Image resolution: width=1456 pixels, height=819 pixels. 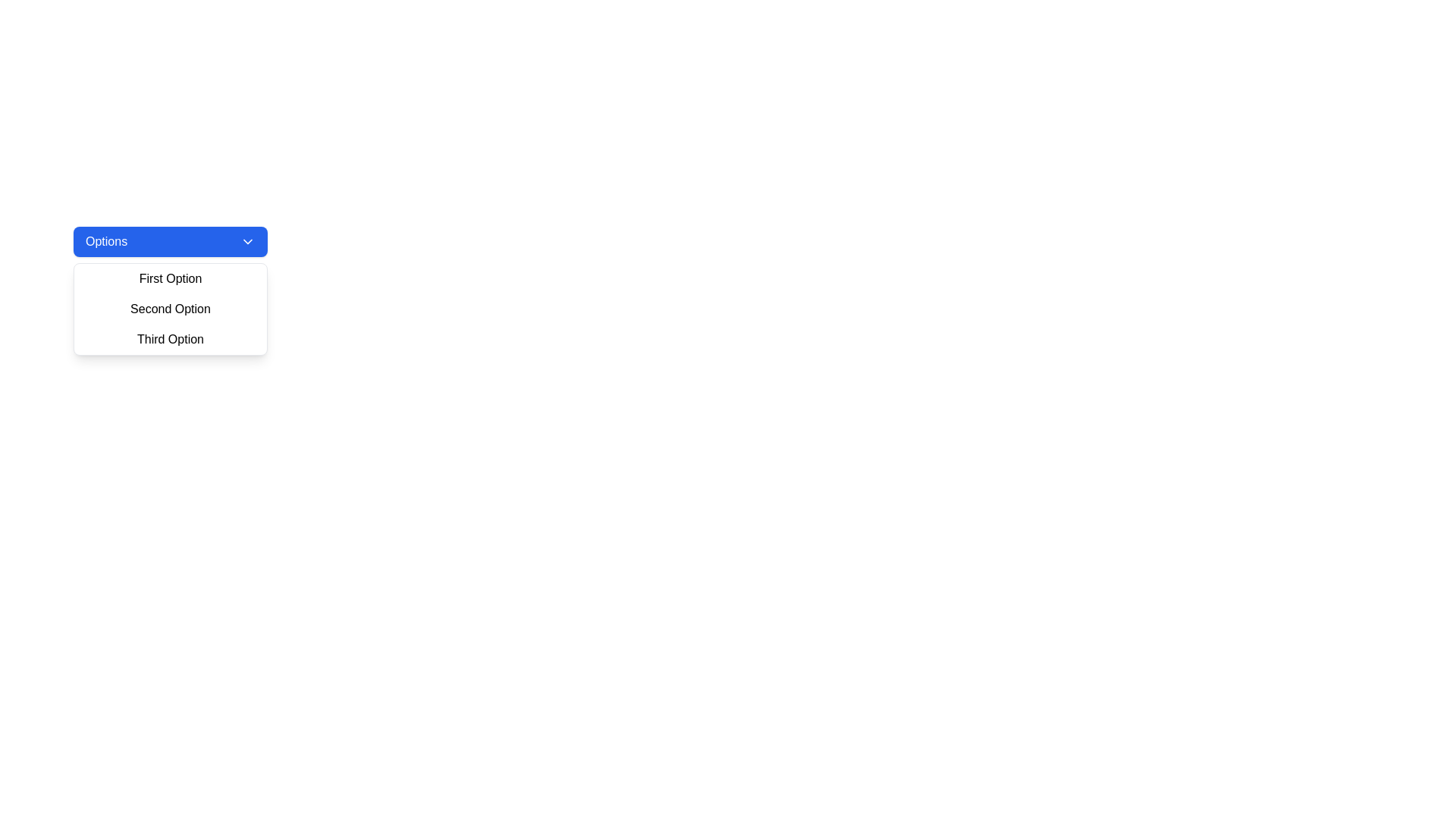 I want to click on the 'First Option' menu item in the dropdown menu, so click(x=171, y=278).